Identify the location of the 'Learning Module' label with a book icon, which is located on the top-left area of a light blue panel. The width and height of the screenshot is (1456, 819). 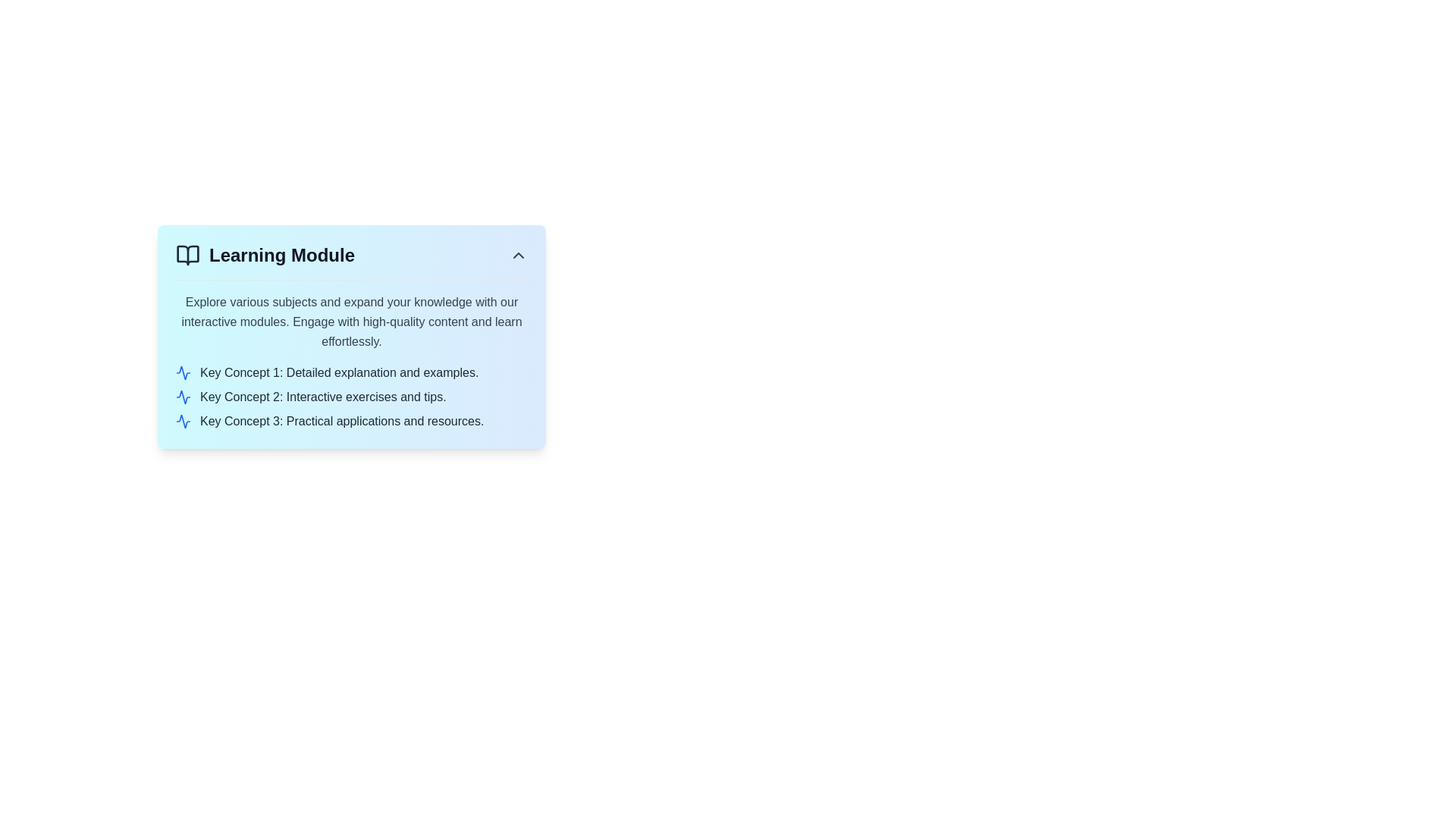
(265, 254).